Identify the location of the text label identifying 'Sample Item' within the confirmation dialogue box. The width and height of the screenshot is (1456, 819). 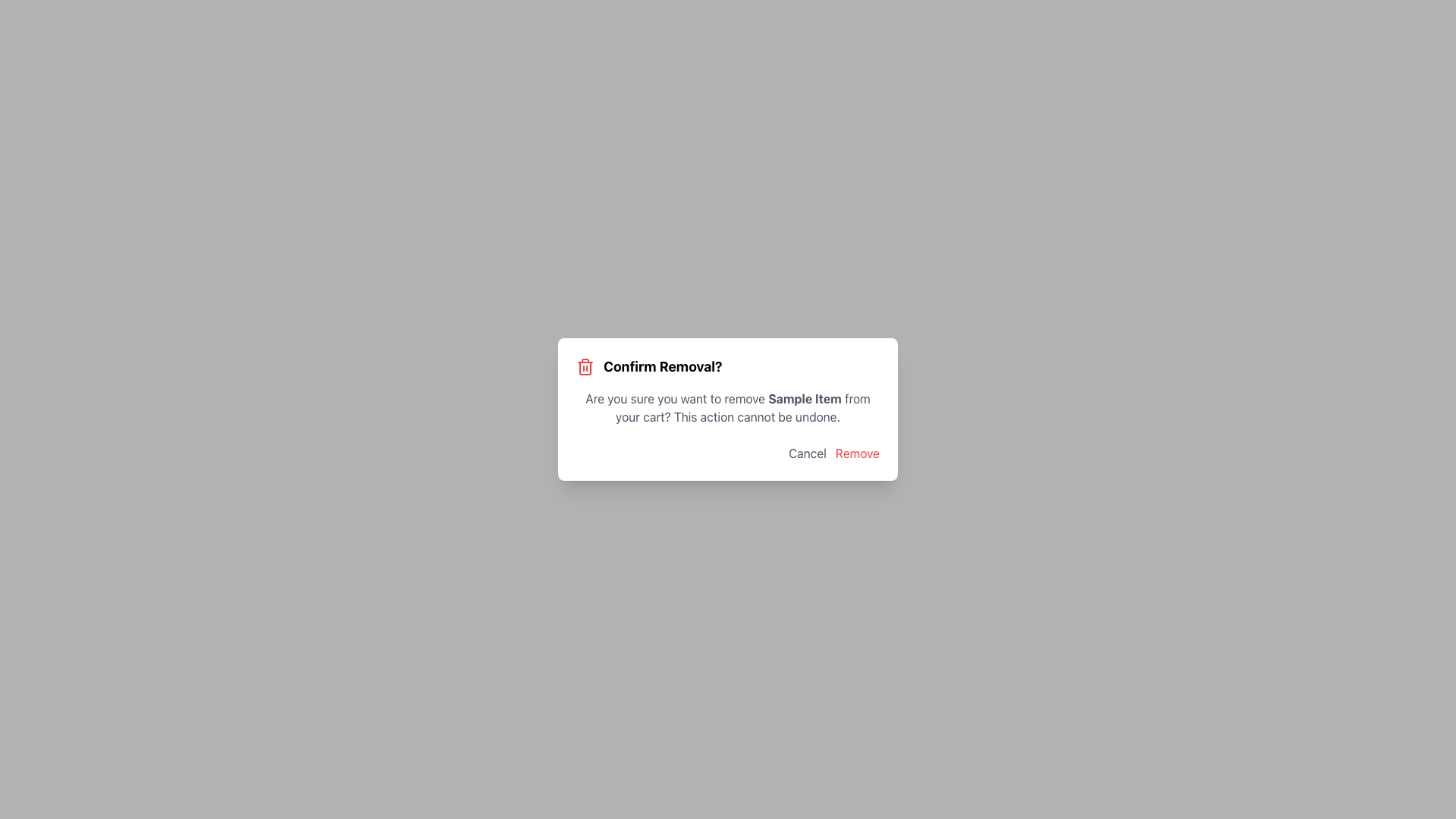
(804, 397).